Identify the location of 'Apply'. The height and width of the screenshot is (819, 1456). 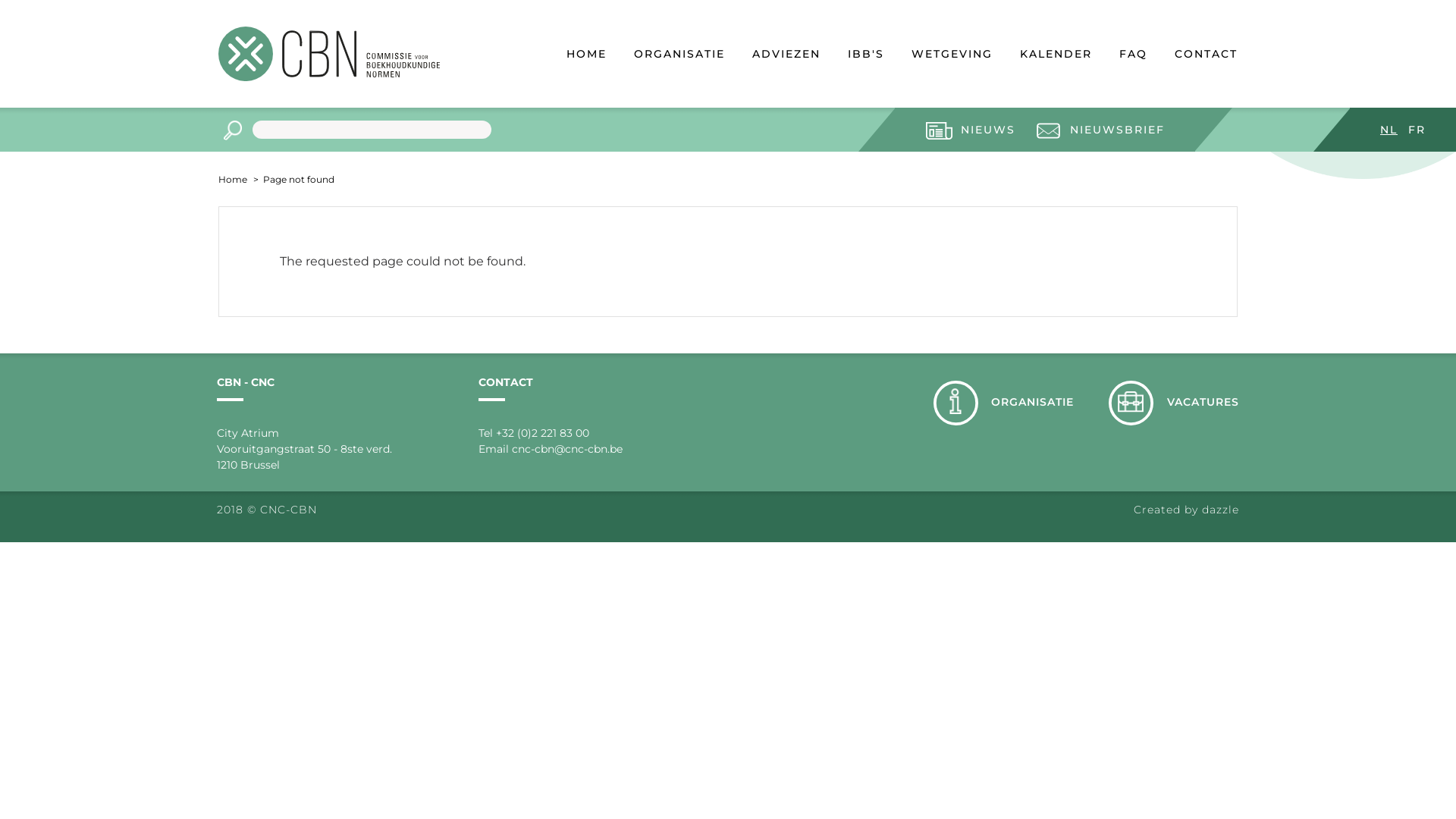
(218, 130).